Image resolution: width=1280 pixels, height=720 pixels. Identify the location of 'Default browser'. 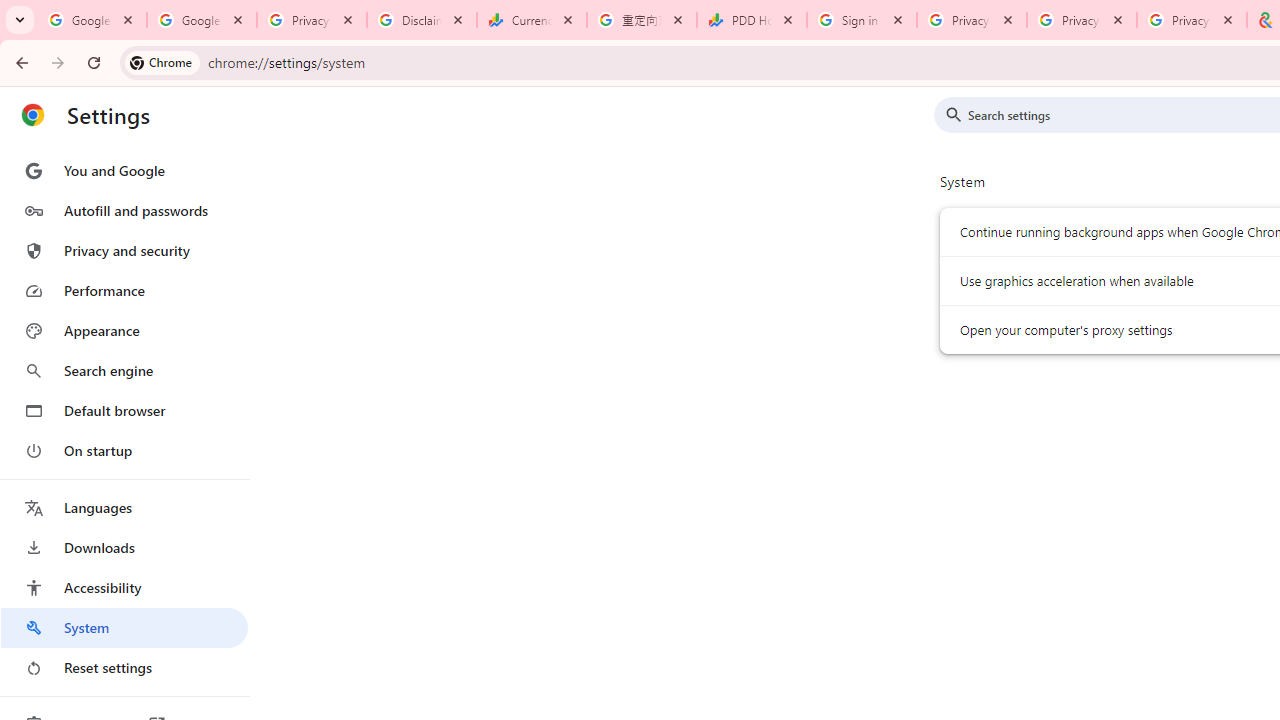
(123, 410).